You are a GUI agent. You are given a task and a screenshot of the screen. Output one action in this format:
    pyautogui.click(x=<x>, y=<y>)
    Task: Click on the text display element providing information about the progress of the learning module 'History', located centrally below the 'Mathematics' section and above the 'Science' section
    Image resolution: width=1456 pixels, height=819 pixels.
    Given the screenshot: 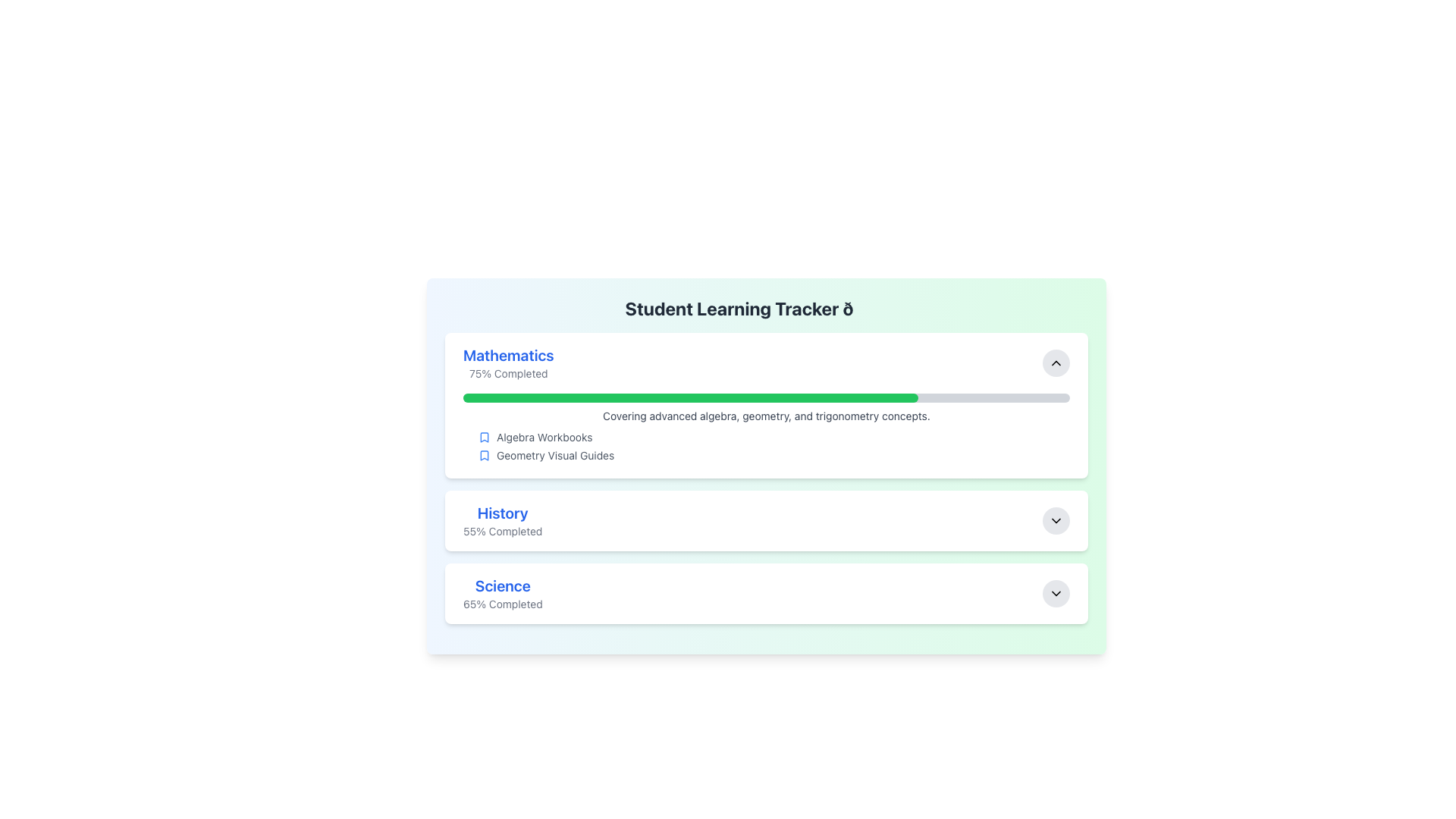 What is the action you would take?
    pyautogui.click(x=503, y=519)
    